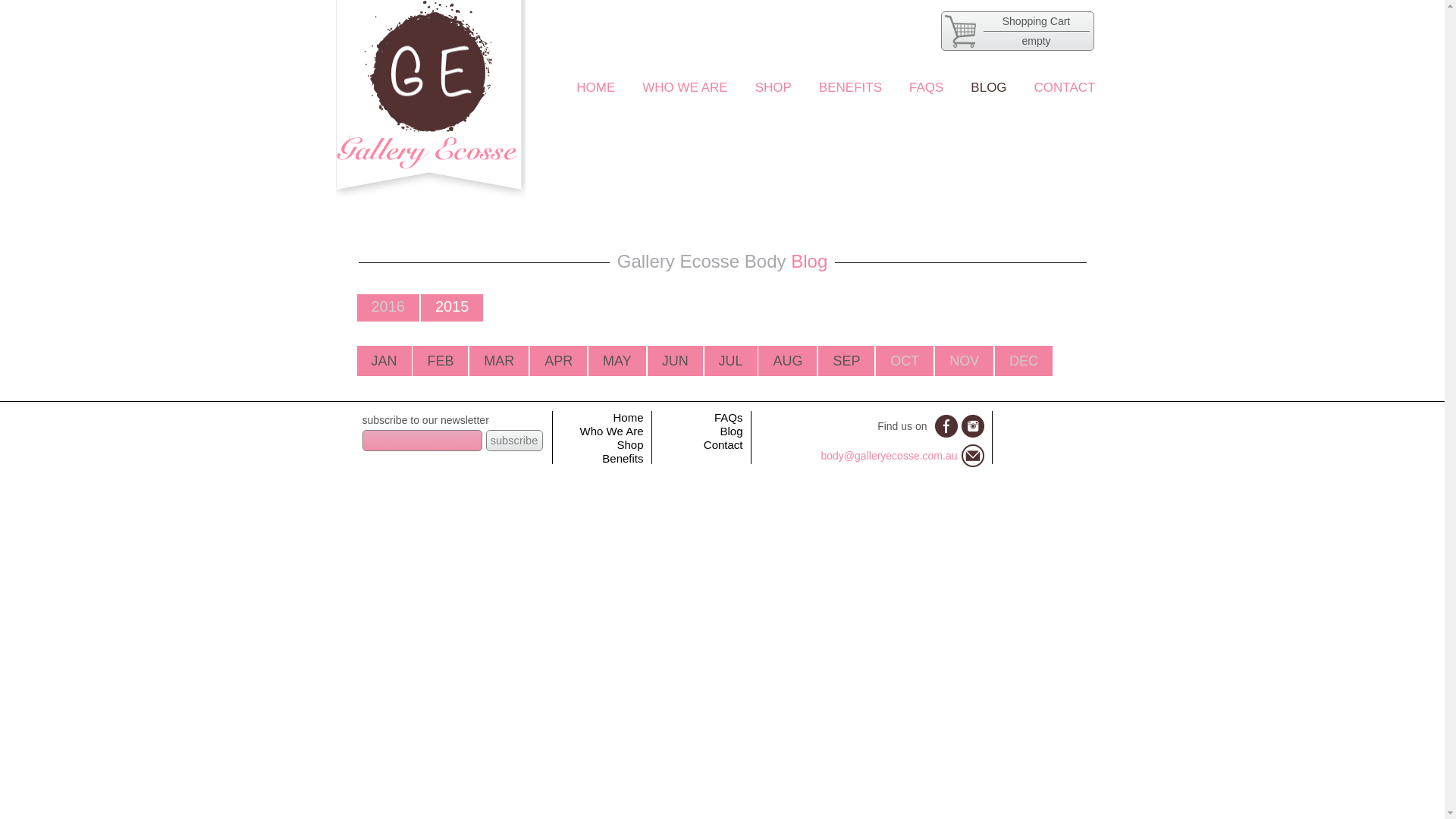 Image resolution: width=1456 pixels, height=819 pixels. What do you see at coordinates (787, 360) in the screenshot?
I see `'AUG'` at bounding box center [787, 360].